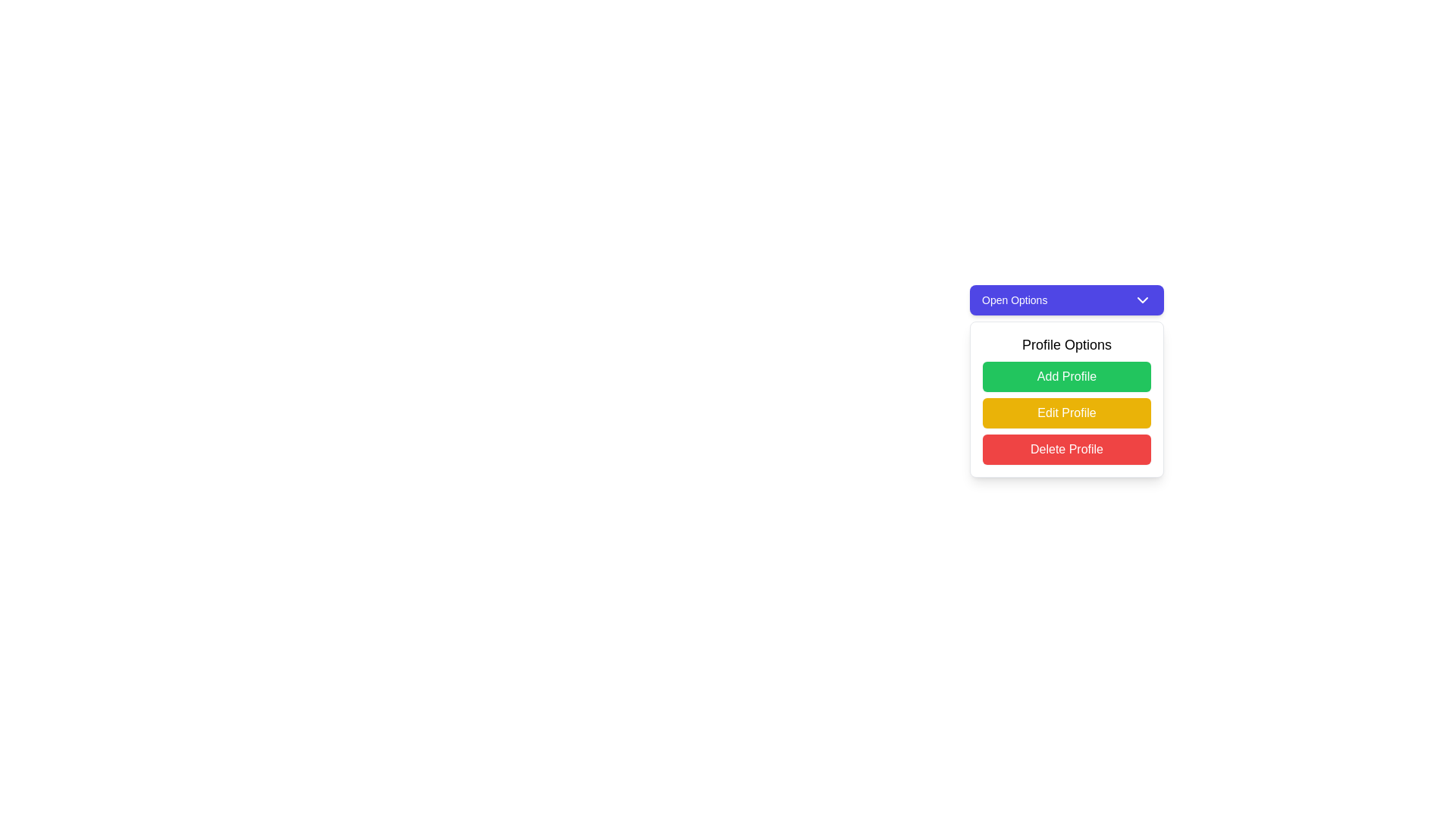  Describe the element at coordinates (1065, 449) in the screenshot. I see `the red 'Delete Profile' button to trigger the color change effect` at that location.